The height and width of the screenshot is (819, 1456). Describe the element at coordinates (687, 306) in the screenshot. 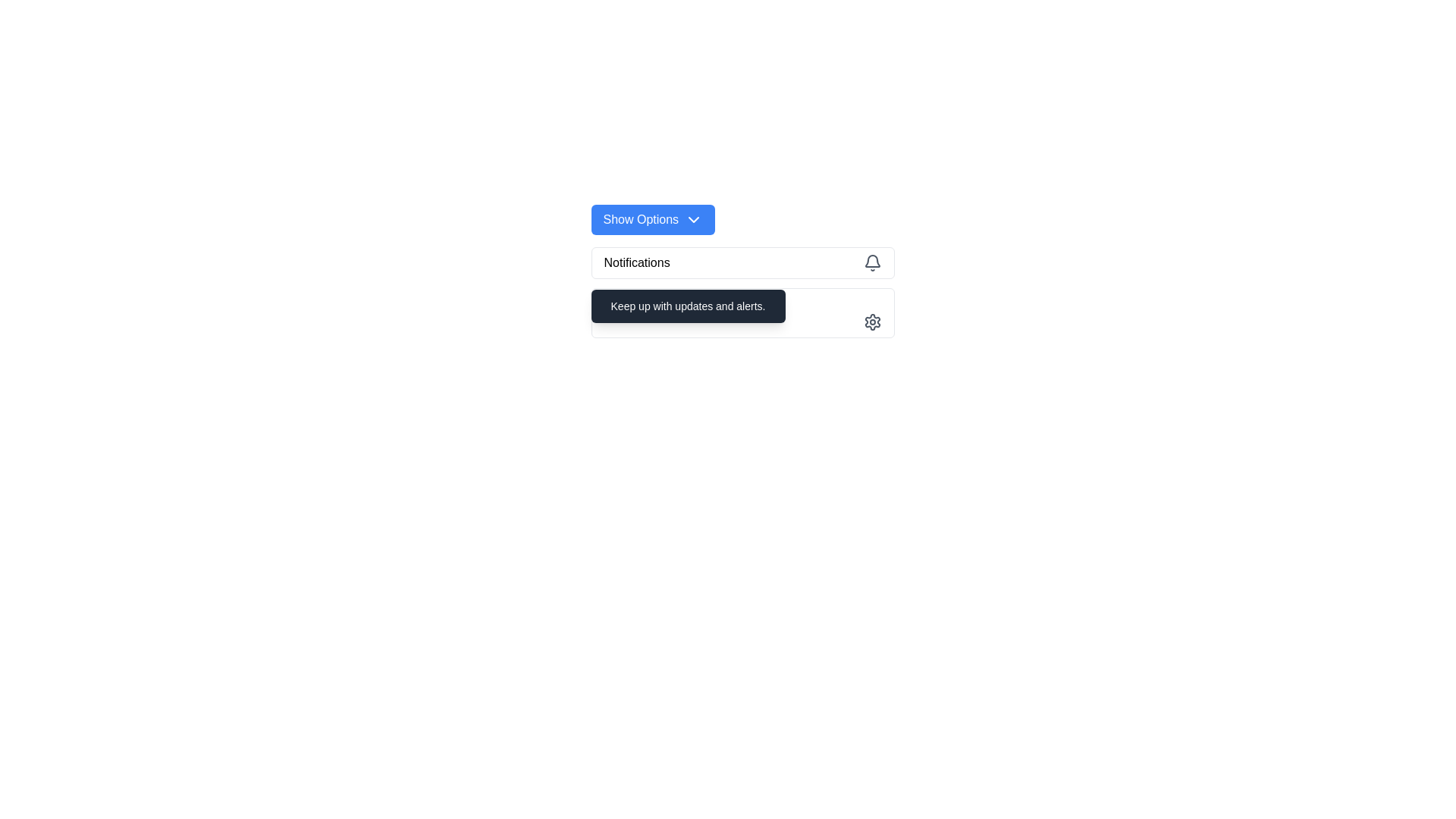

I see `the Informational message box that appears below the 'Notifications' section in the dropdown menu` at that location.